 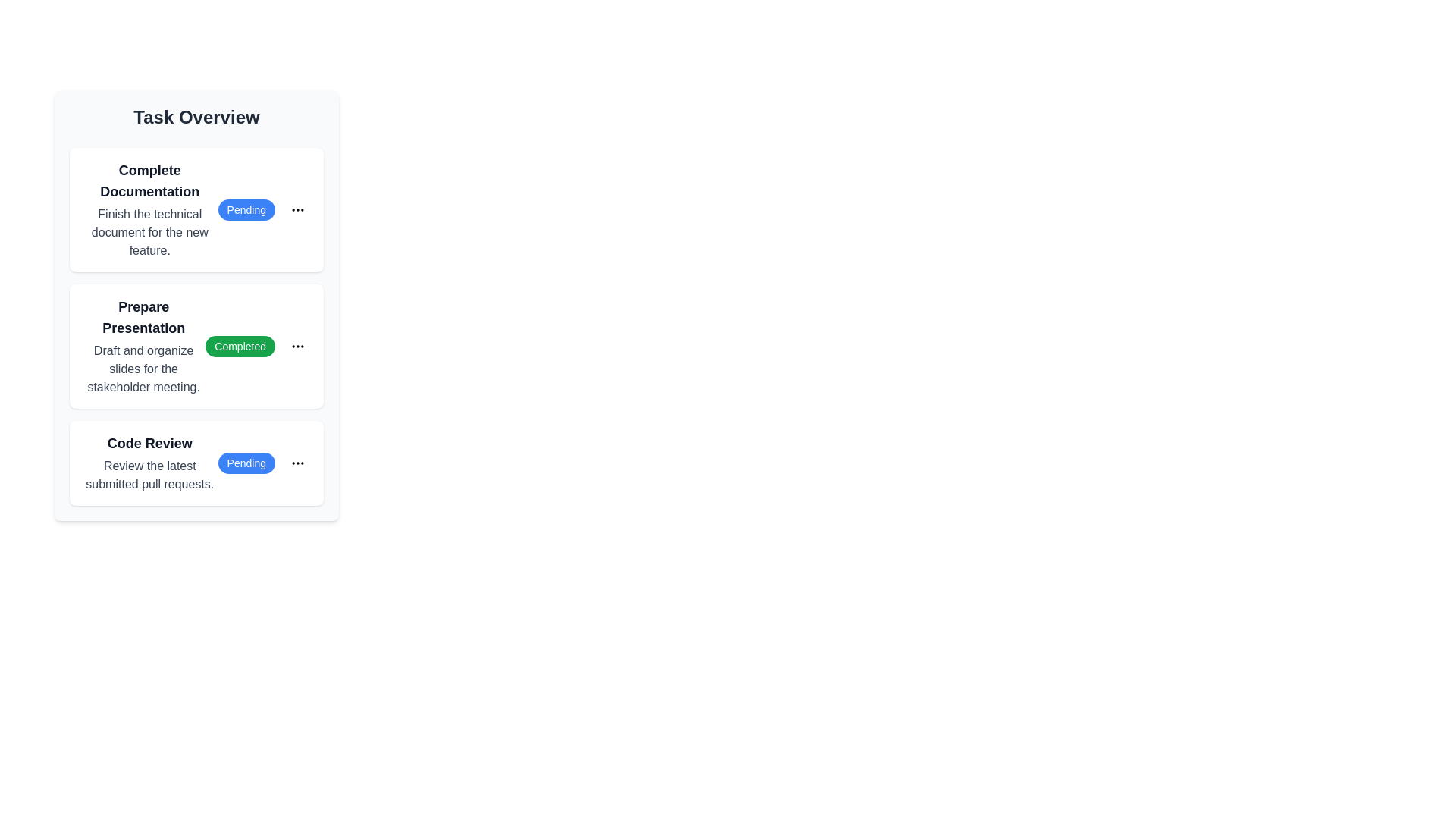 What do you see at coordinates (298, 210) in the screenshot?
I see `the ellipsis button for the task titled Complete Documentation` at bounding box center [298, 210].